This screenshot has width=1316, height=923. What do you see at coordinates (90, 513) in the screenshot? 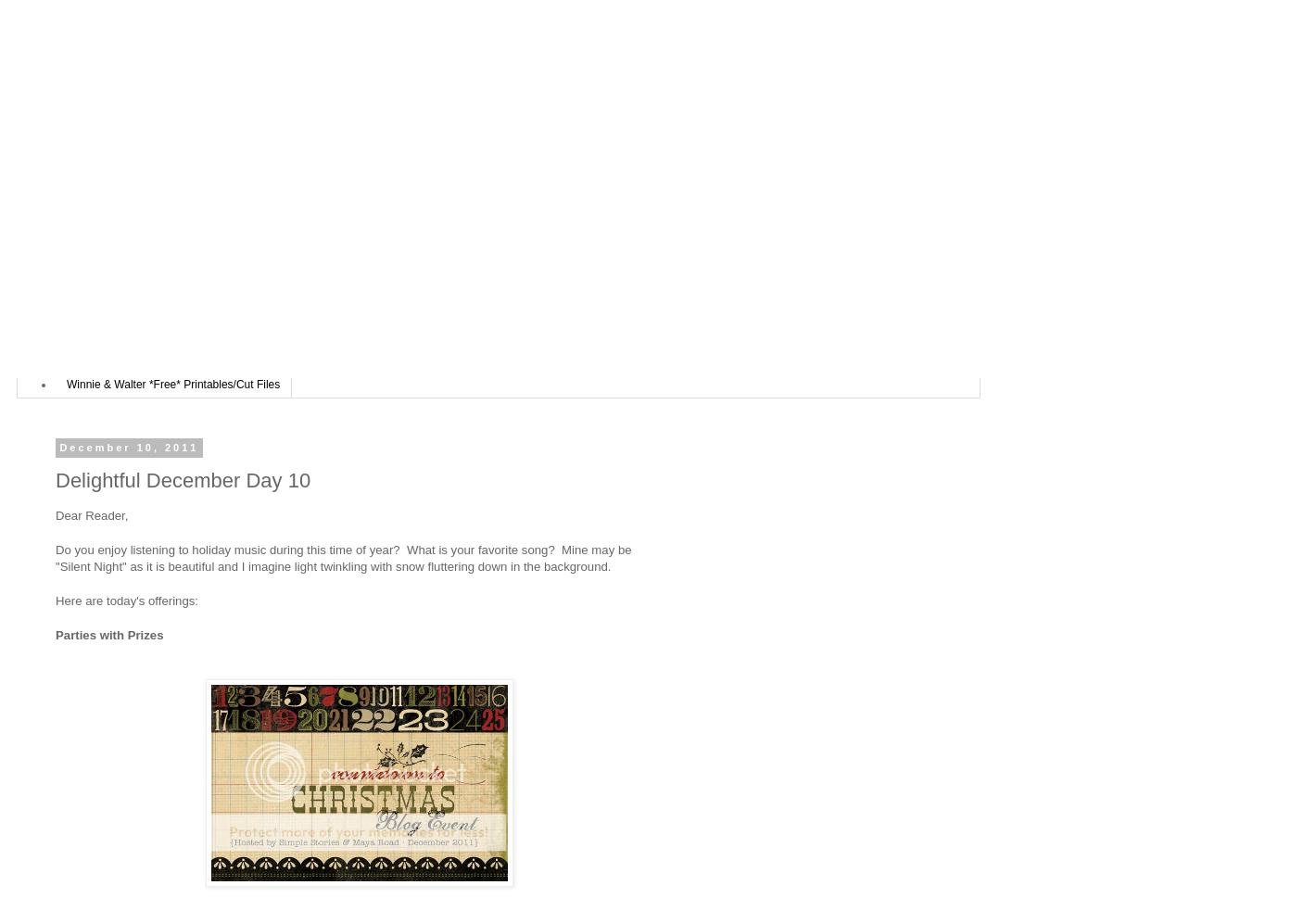
I see `'Dear Reader,'` at bounding box center [90, 513].